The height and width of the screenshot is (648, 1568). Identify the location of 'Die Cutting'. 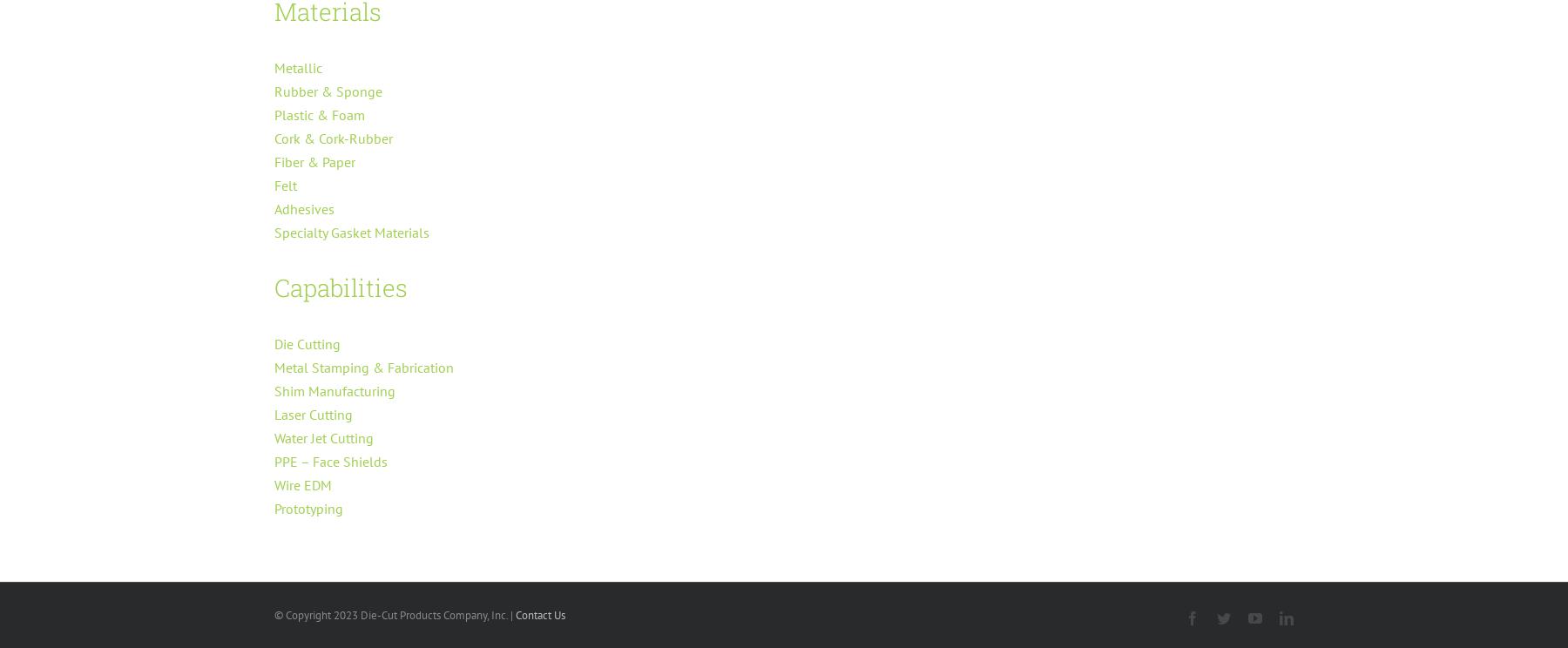
(307, 343).